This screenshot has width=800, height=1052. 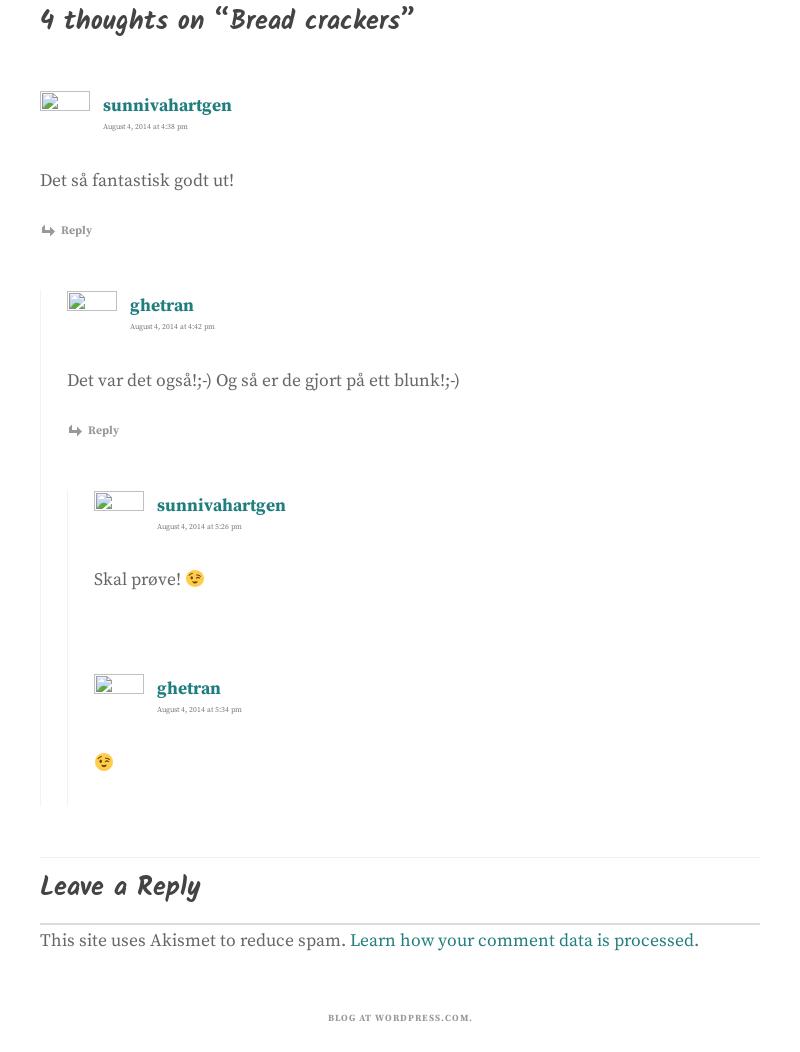 I want to click on 'Det så fantastisk godt ut!', so click(x=136, y=179).